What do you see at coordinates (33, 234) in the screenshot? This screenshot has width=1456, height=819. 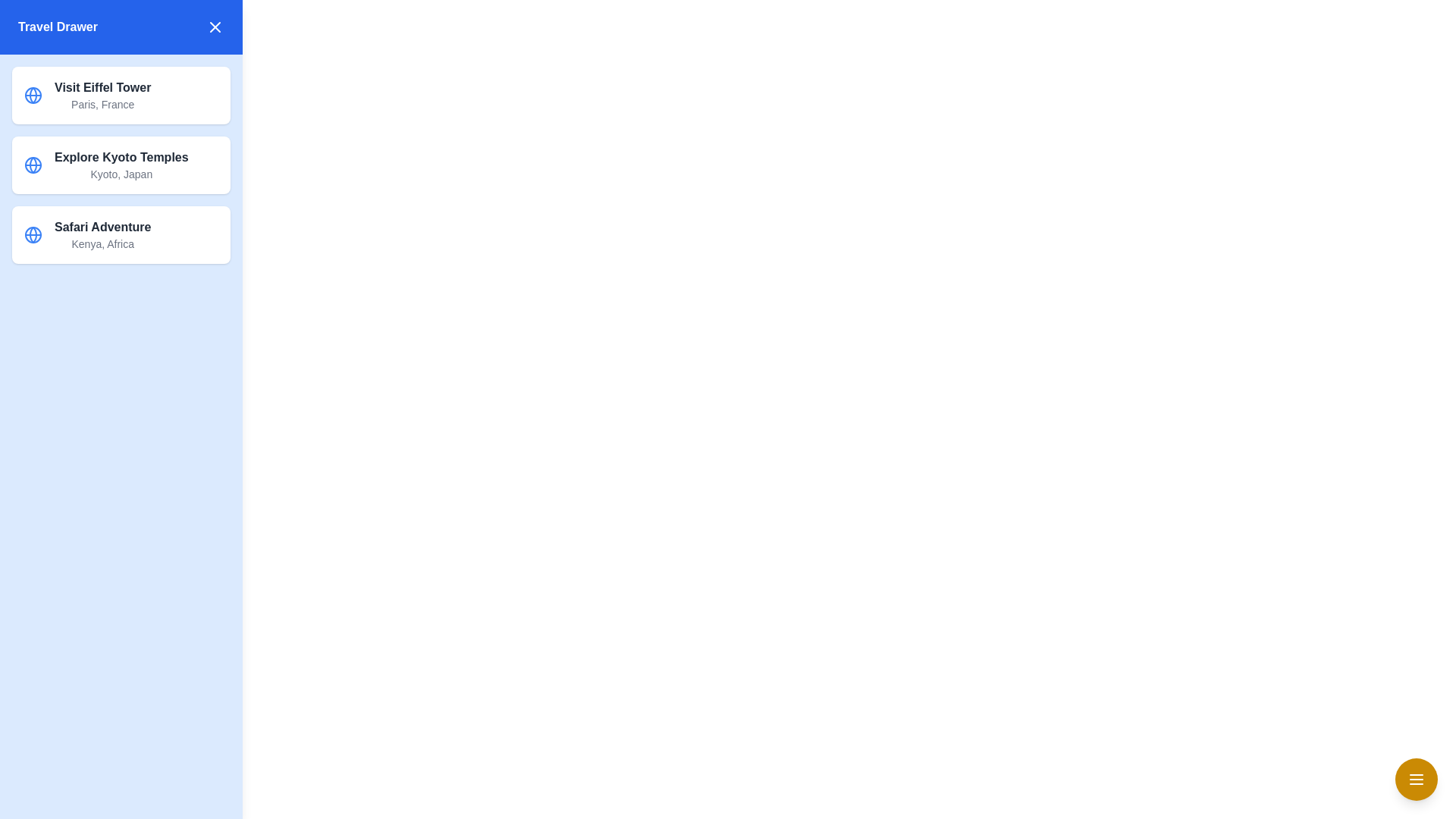 I see `the blue outlined circular SVG element that is part of the third globe icon to the left of the 'Safari Adventure' item in the list` at bounding box center [33, 234].